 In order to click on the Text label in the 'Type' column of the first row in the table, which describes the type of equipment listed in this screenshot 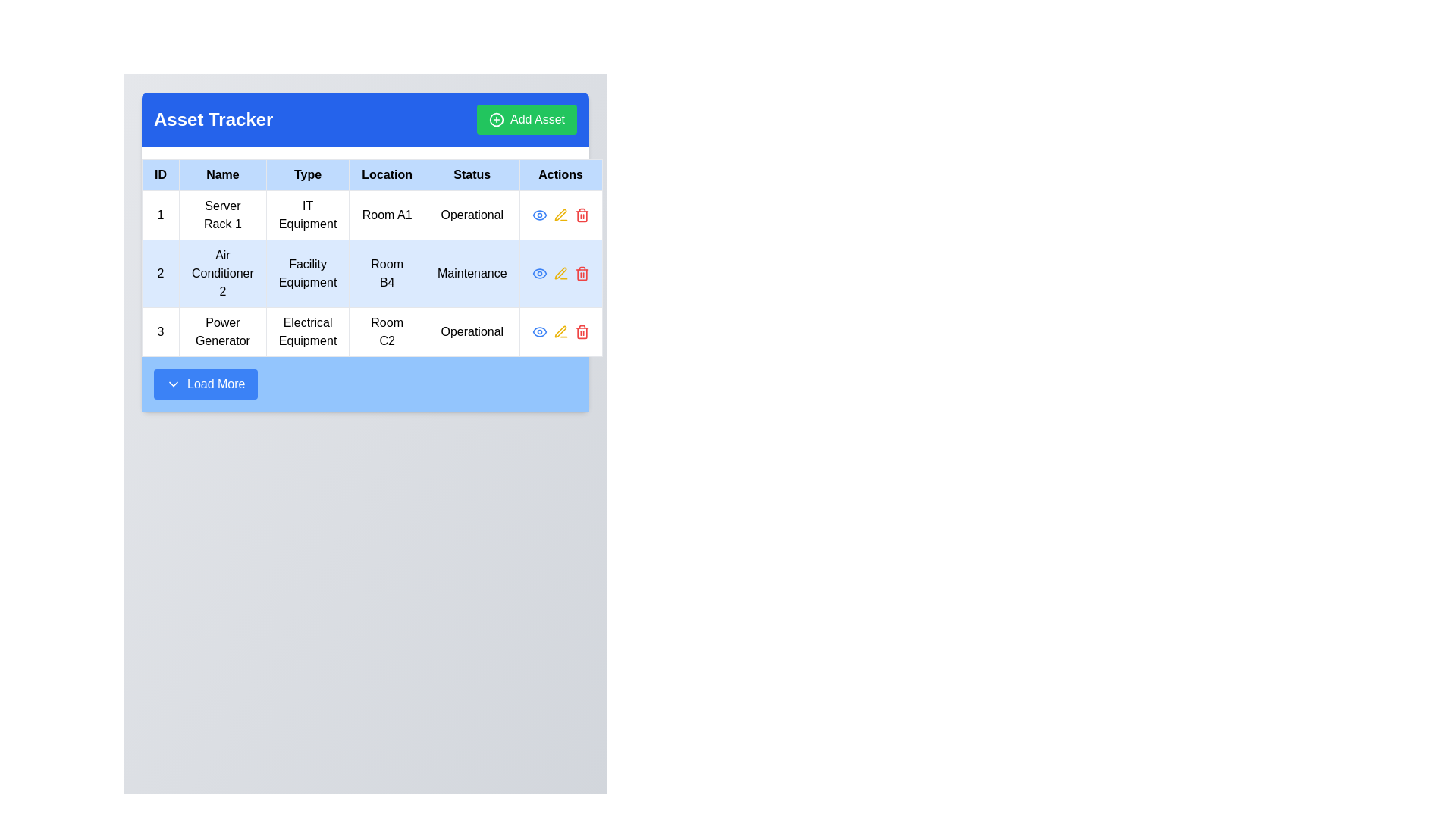, I will do `click(307, 215)`.